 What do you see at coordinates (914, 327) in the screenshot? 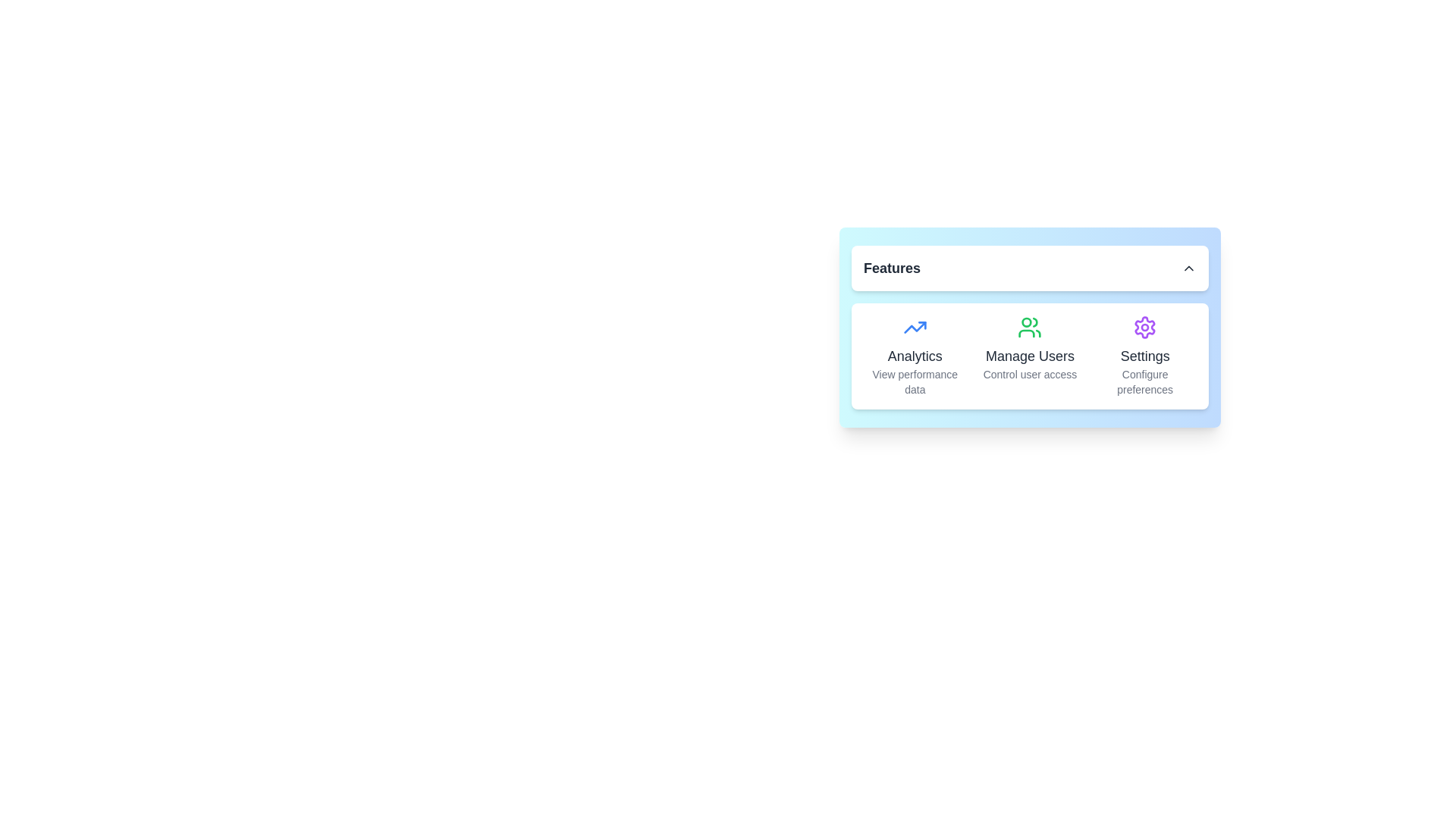
I see `the Analytics icon located at the top-left of the feature items box` at bounding box center [914, 327].